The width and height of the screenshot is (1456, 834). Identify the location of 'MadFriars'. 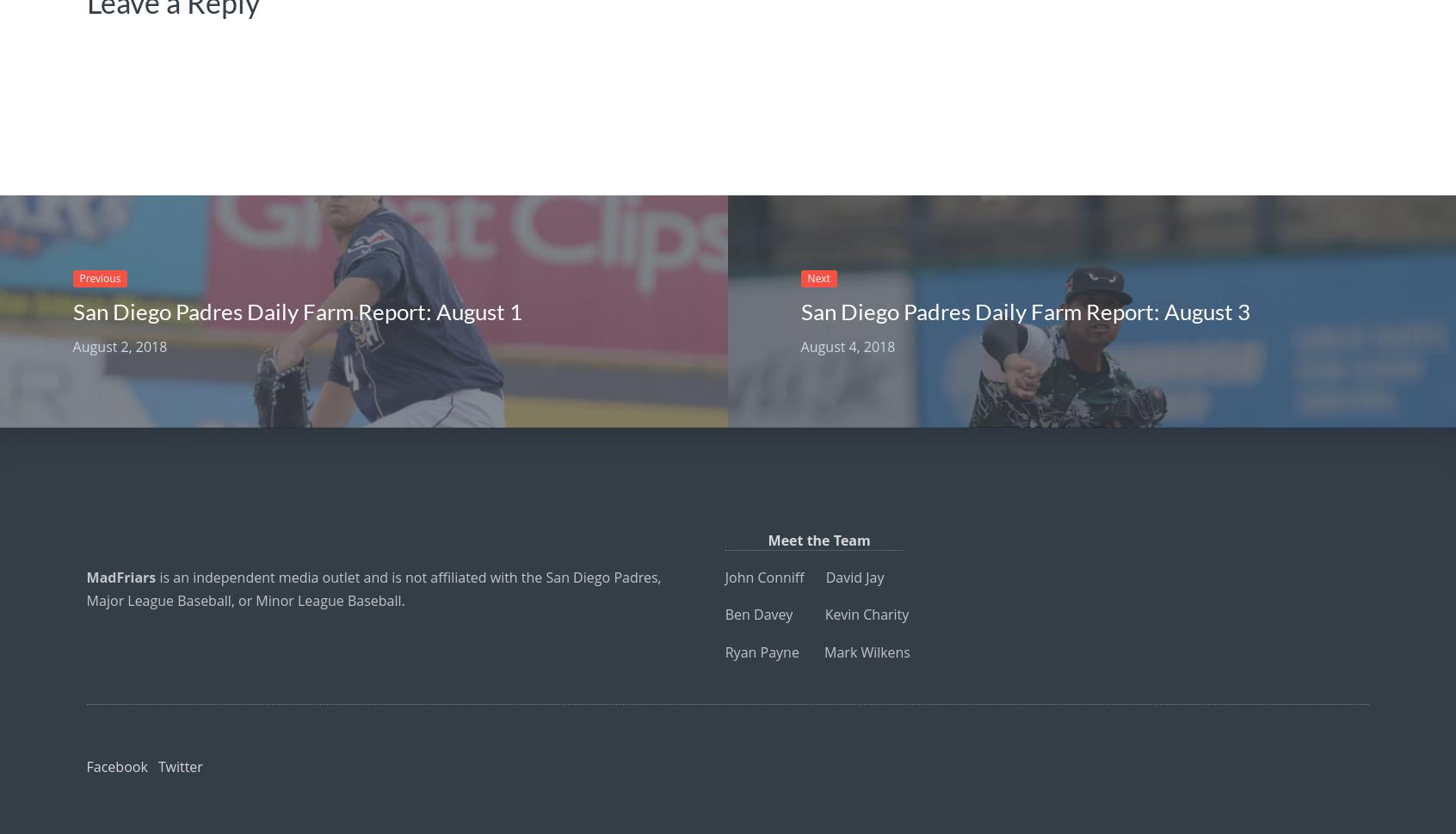
(120, 577).